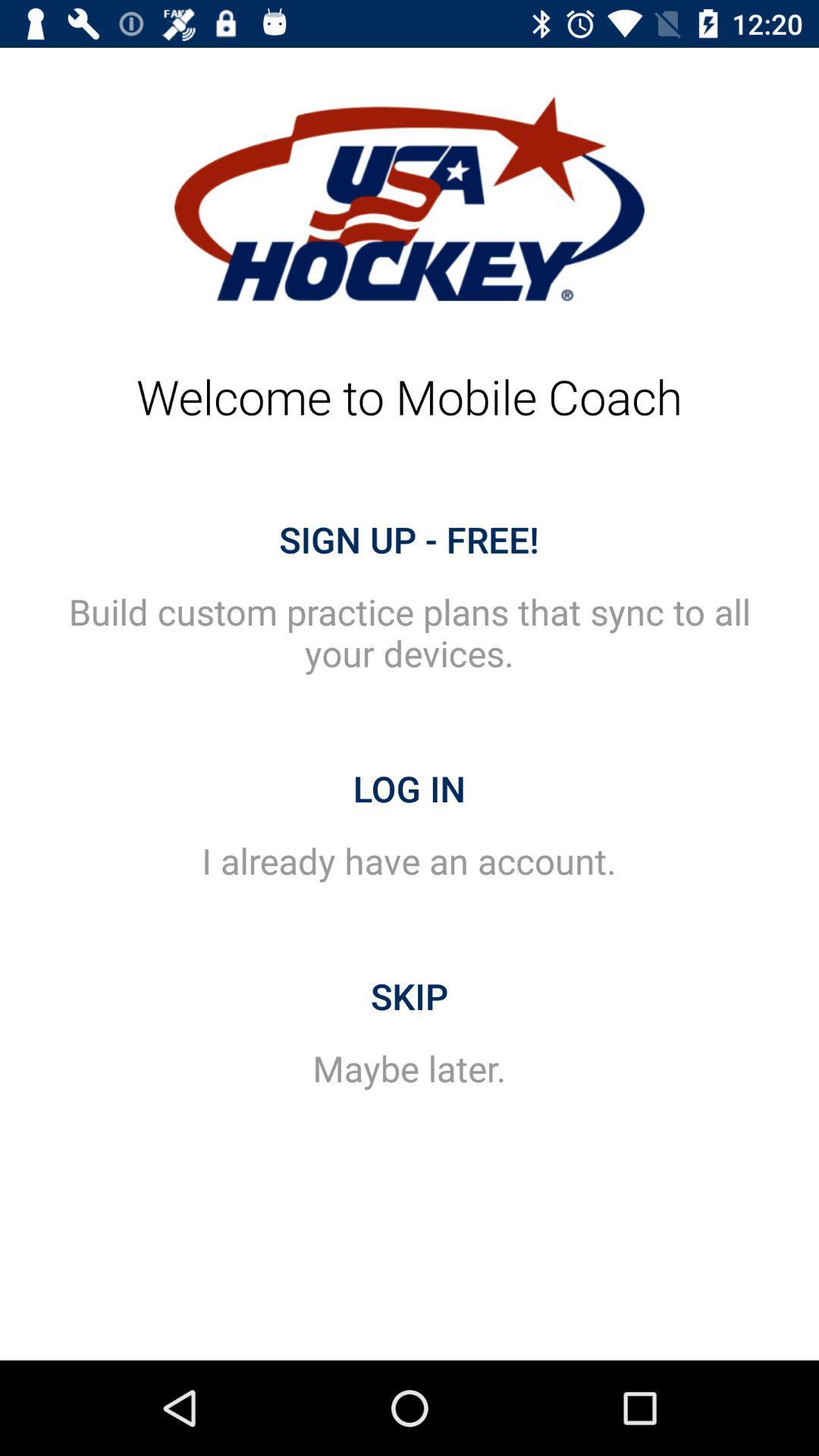 This screenshot has width=819, height=1456. Describe the element at coordinates (409, 996) in the screenshot. I see `item below the i already have` at that location.